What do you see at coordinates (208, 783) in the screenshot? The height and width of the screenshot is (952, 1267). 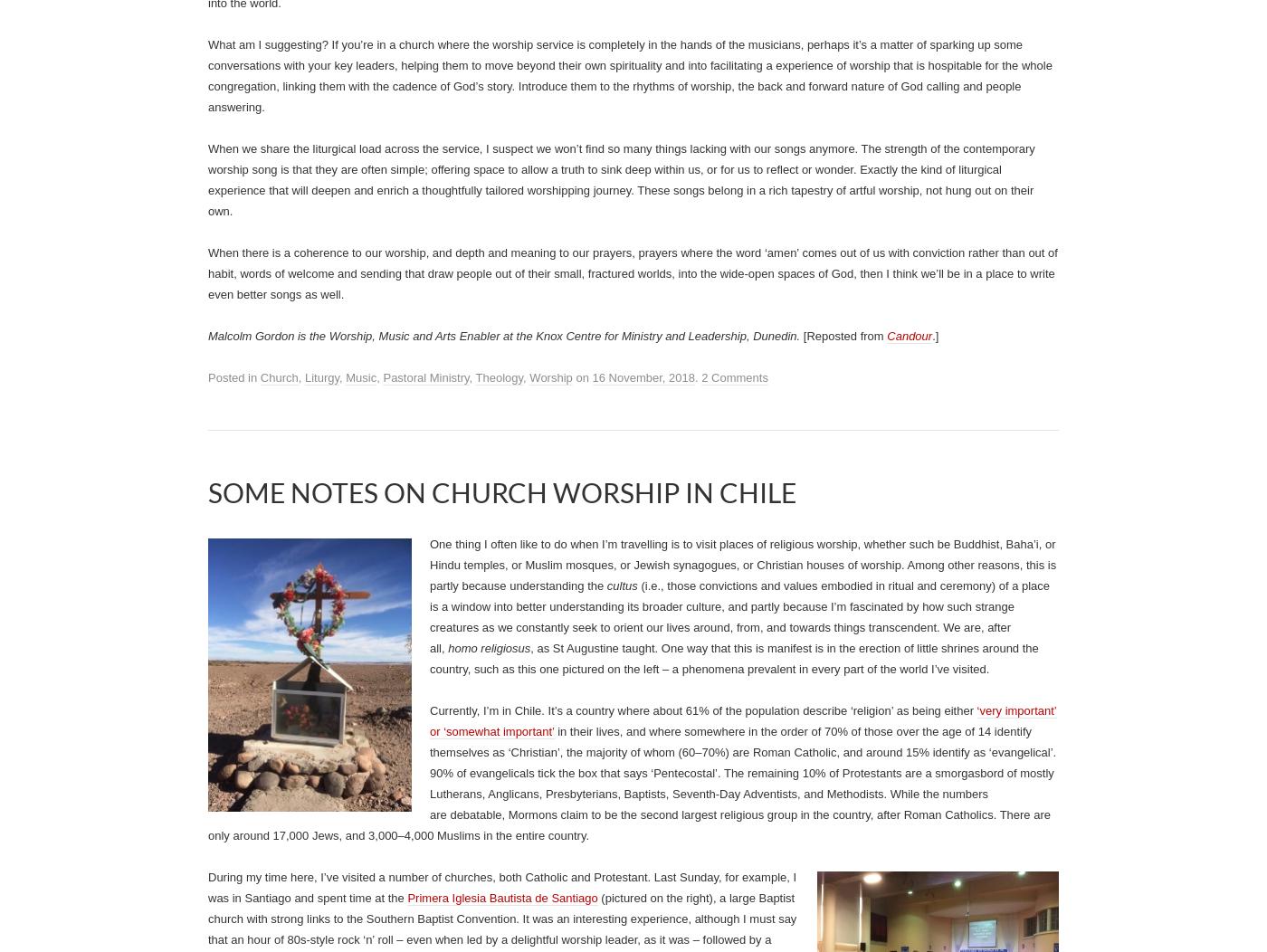 I see `'in their lives, and where somewhere in the order of 70% of those over the age of 14 identify themselves as ‘Christian’, the majority of whom (60–70%) are Roman Catholic, and around 15% identify as ‘evangelical’. 90% of evangelicals tick the box that says ‘Pentecostal’. The remaining 10% of Protestants are a smorgasbord of mostly Lutherans, Anglicans, Presbyterians, Baptists, Seventh-Day Adventists, and Methodists. While the numbers are debatable, Mormons claim to be the second largest religious group in the country, after Roman Catholics. There are only around 17,000 Jews, and 3,000–4,000 Muslims in the entire country.'` at bounding box center [208, 783].